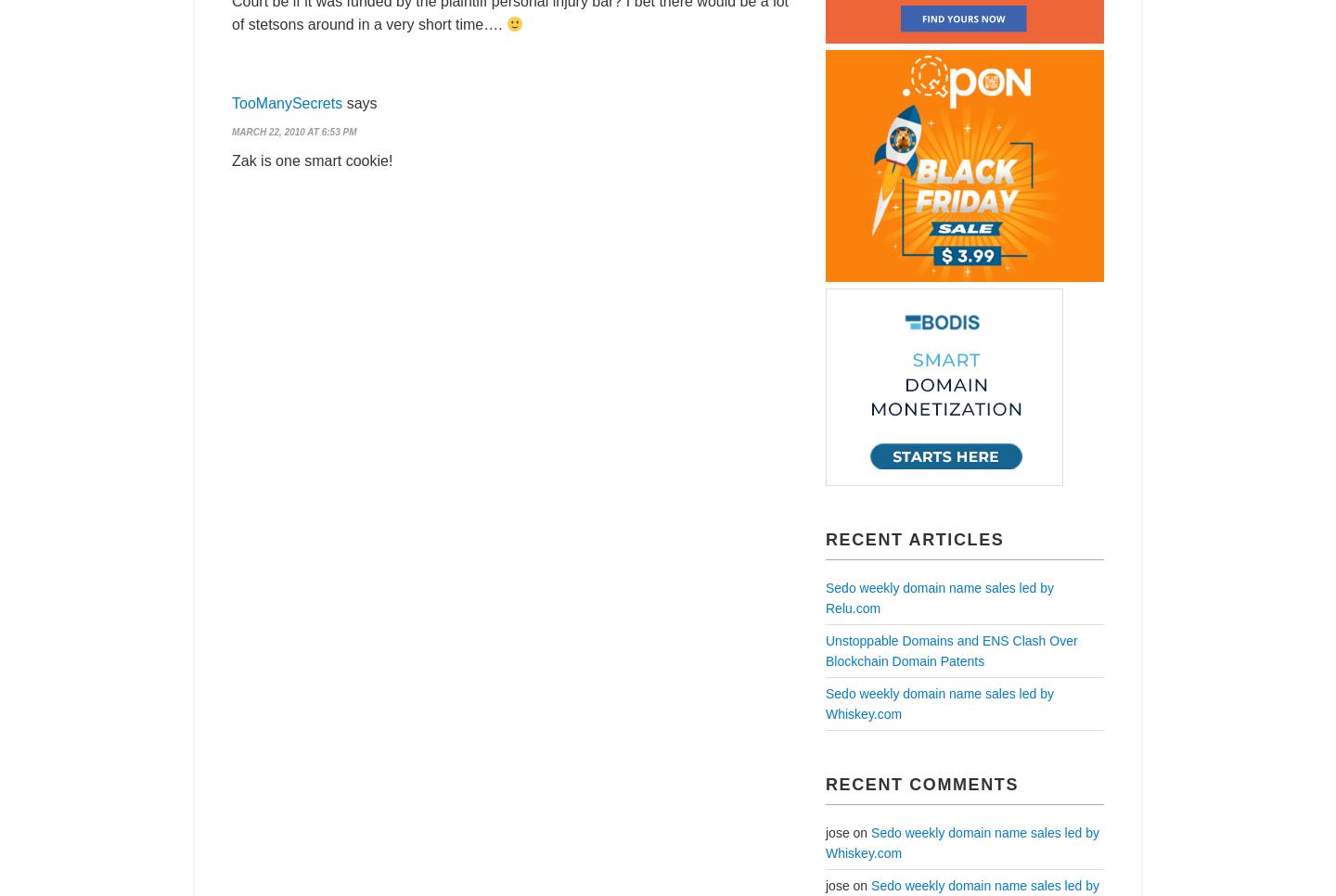  I want to click on 'Recent Articles', so click(825, 537).